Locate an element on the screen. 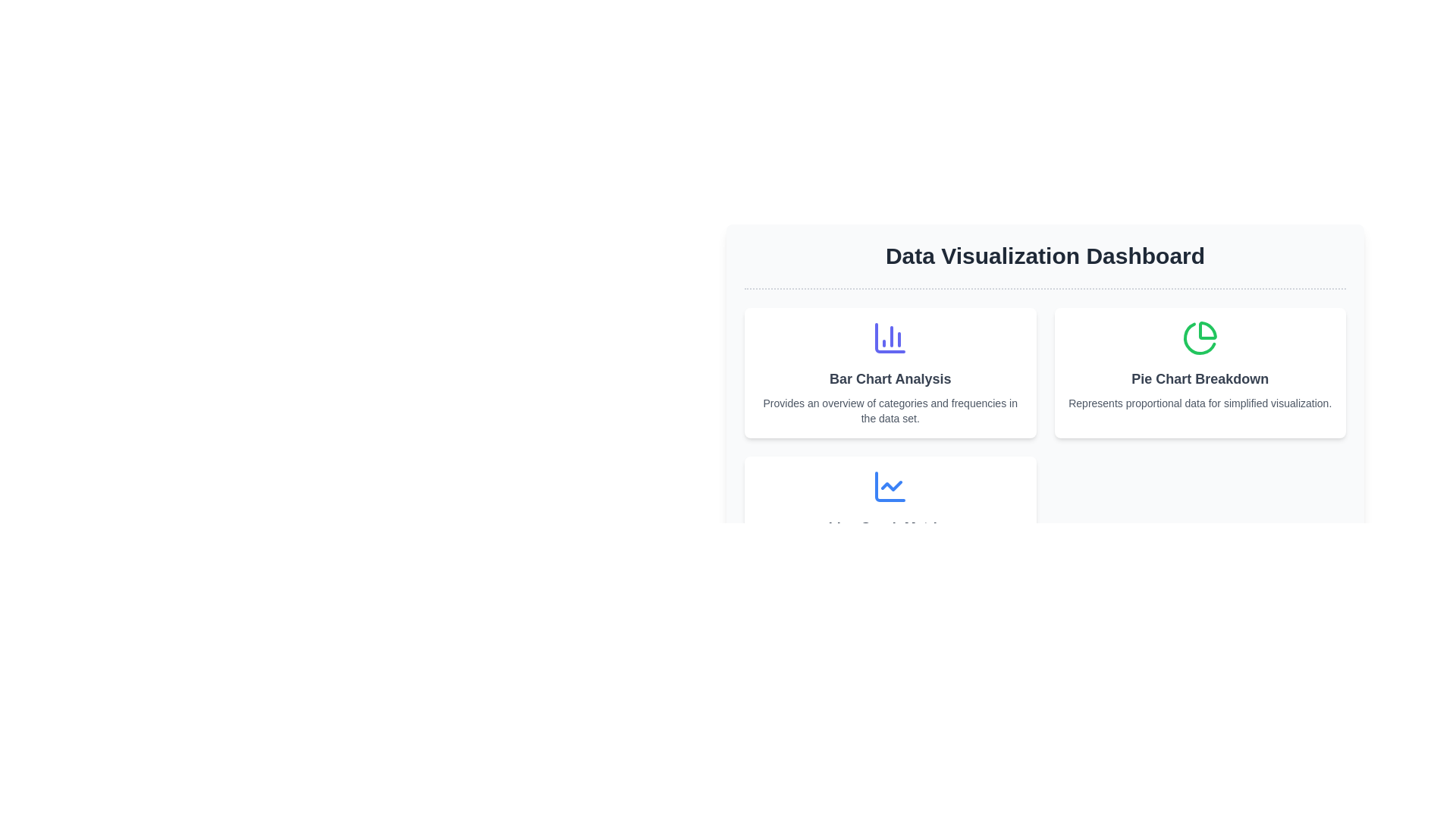  the circular icon resembling a pie chart with a green stroke on a white background, located at the center-top of the `Pie Chart Breakdown` card is located at coordinates (1199, 337).